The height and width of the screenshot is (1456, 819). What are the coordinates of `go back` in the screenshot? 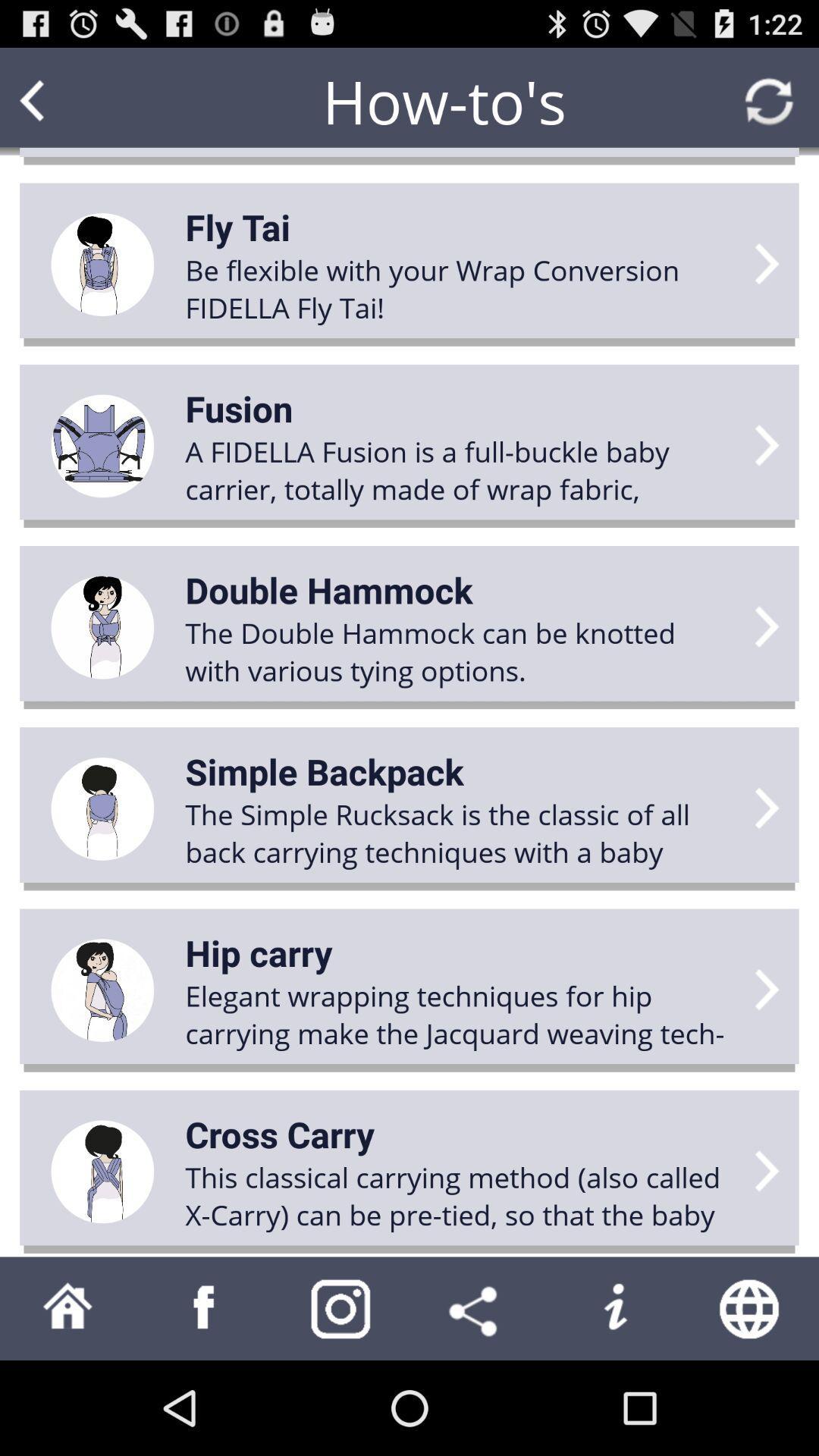 It's located at (61, 100).